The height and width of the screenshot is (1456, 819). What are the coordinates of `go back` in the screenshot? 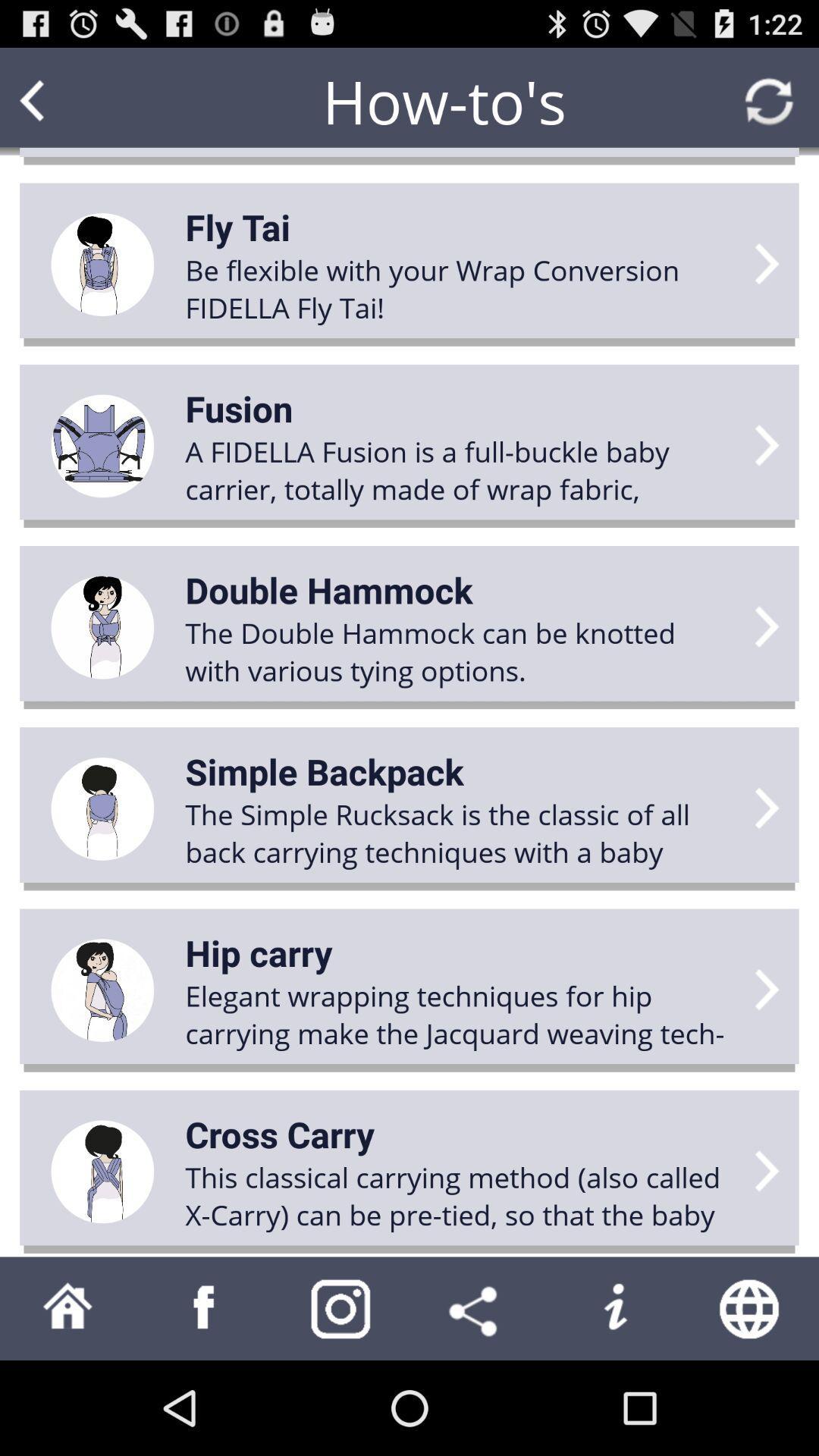 It's located at (61, 100).